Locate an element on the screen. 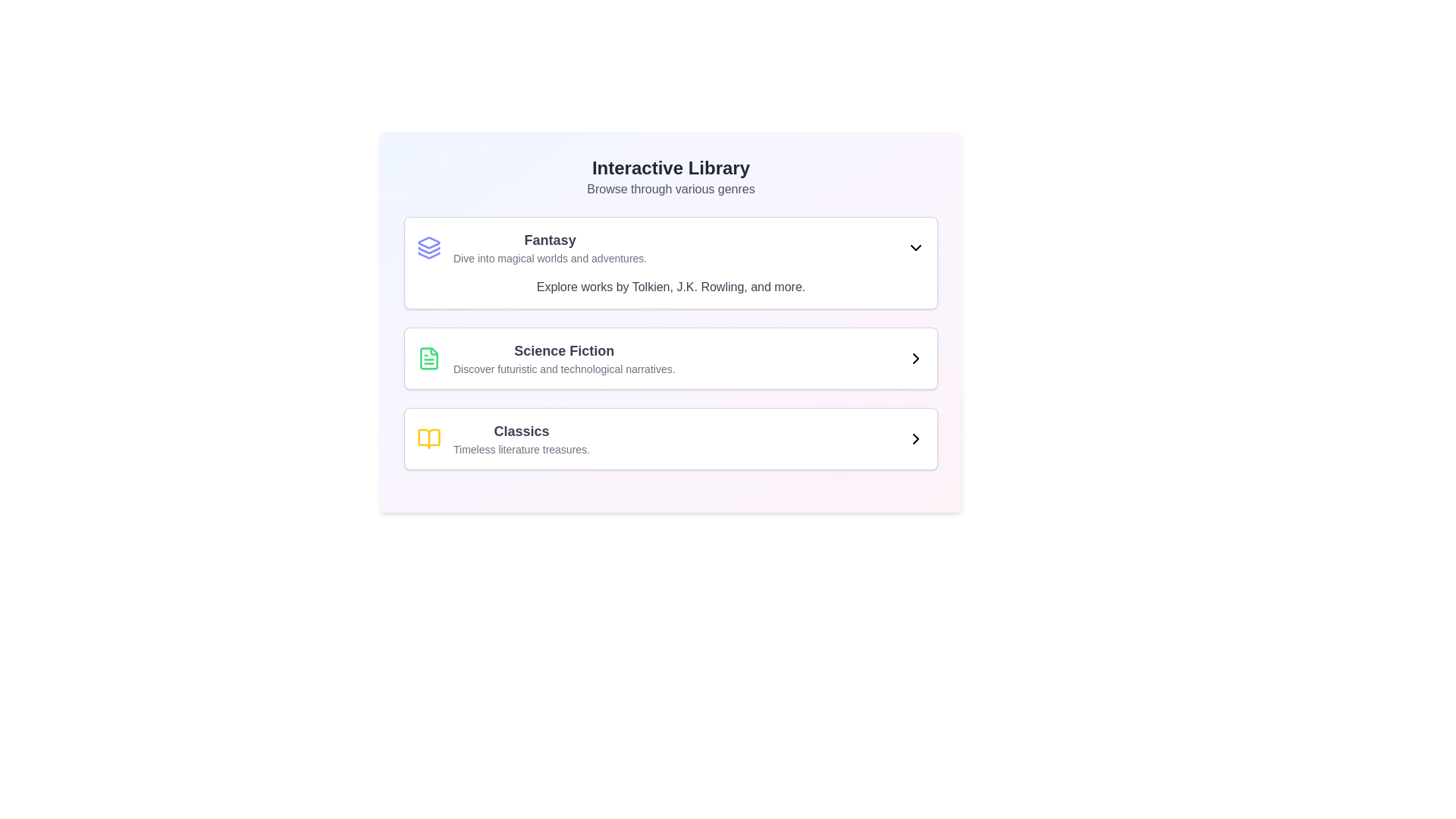 This screenshot has width=1456, height=819. the 'Fantasy' text label which is prominently displayed in a large, bold font on a white background, located at the top of the card layout is located at coordinates (549, 239).